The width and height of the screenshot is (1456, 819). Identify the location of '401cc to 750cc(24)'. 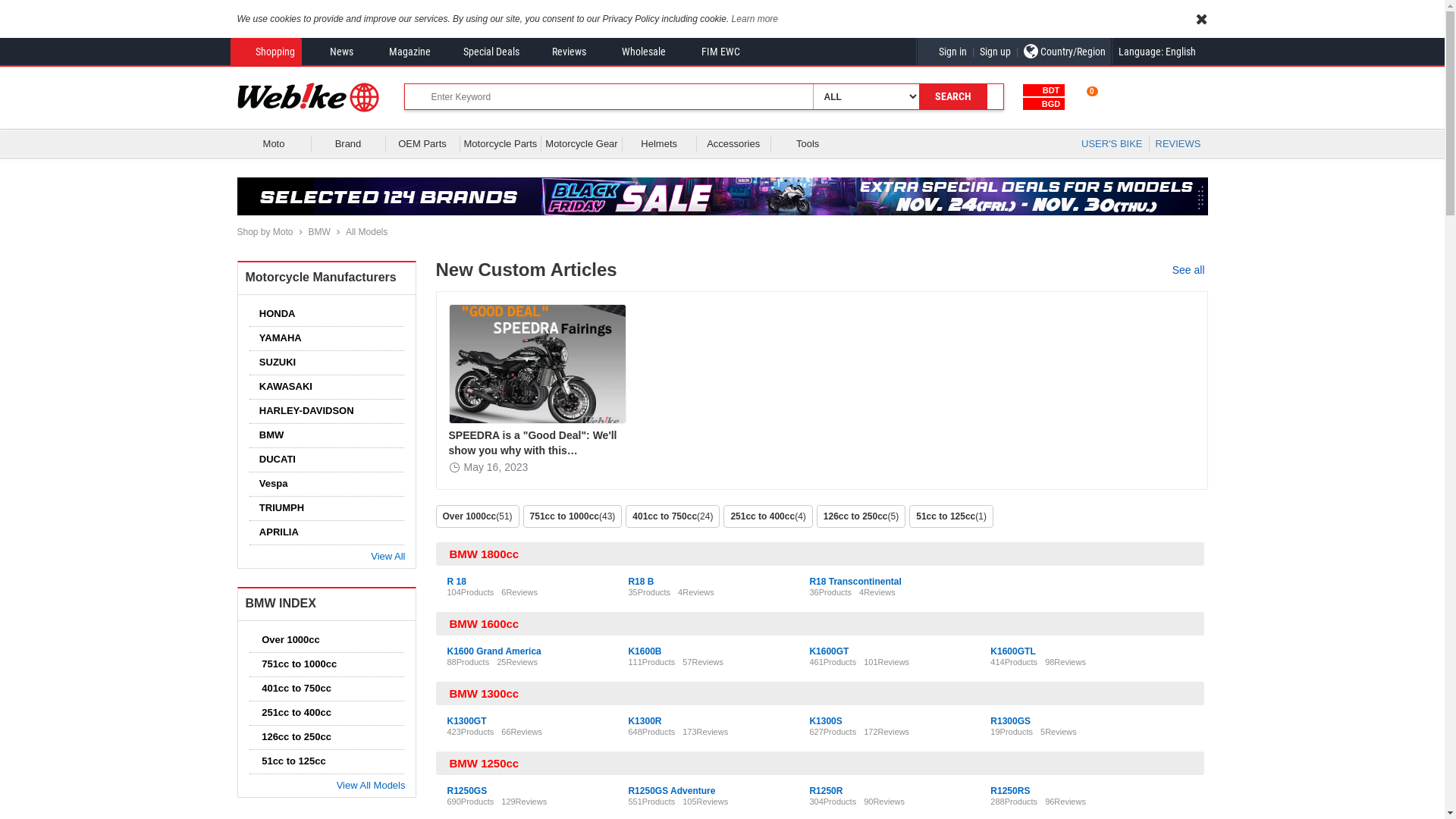
(626, 516).